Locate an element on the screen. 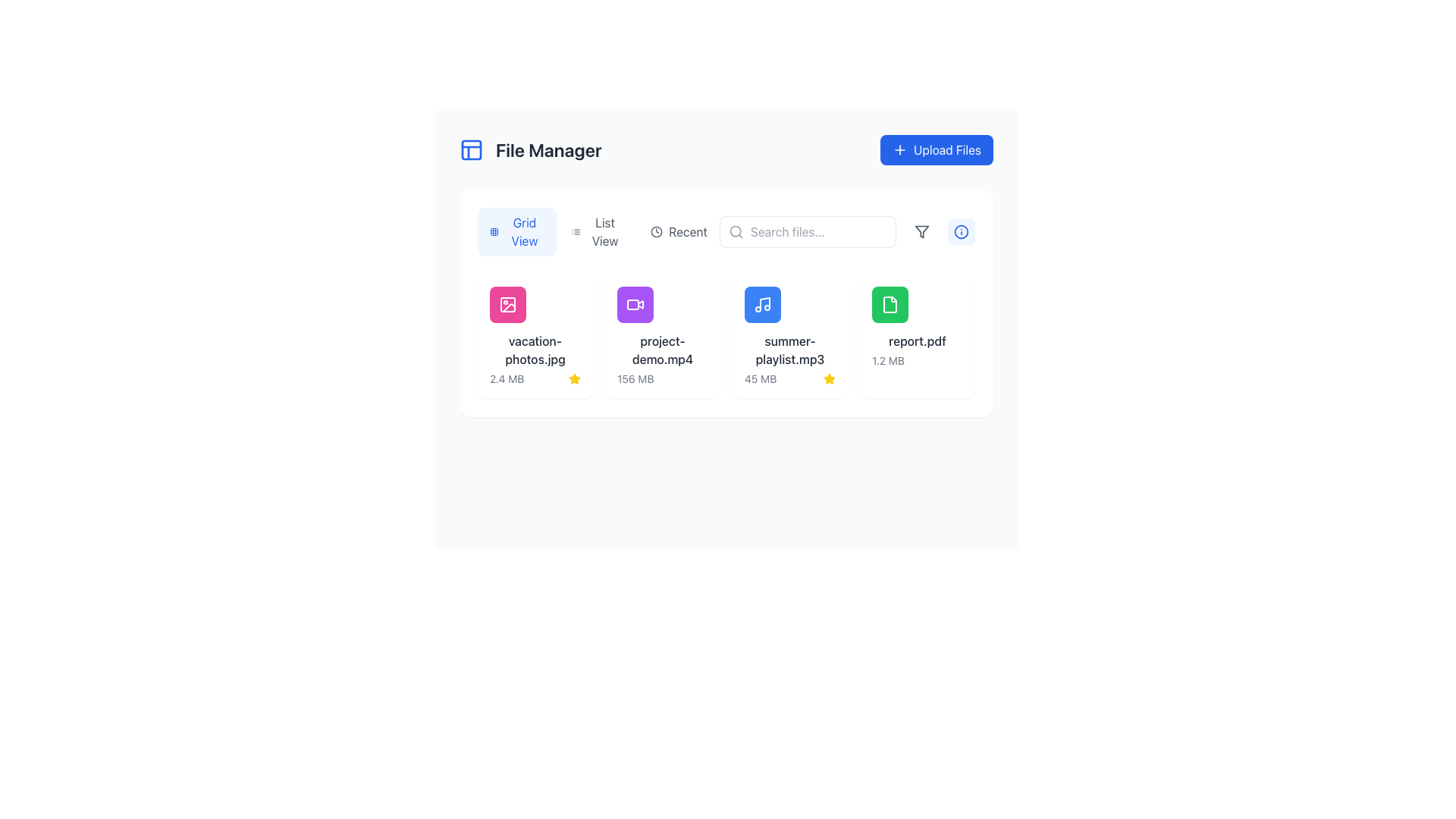 The width and height of the screenshot is (1456, 819). the first icon button located at the bottom of the file card for 'summer-playlist.mp3' is located at coordinates (758, 376).